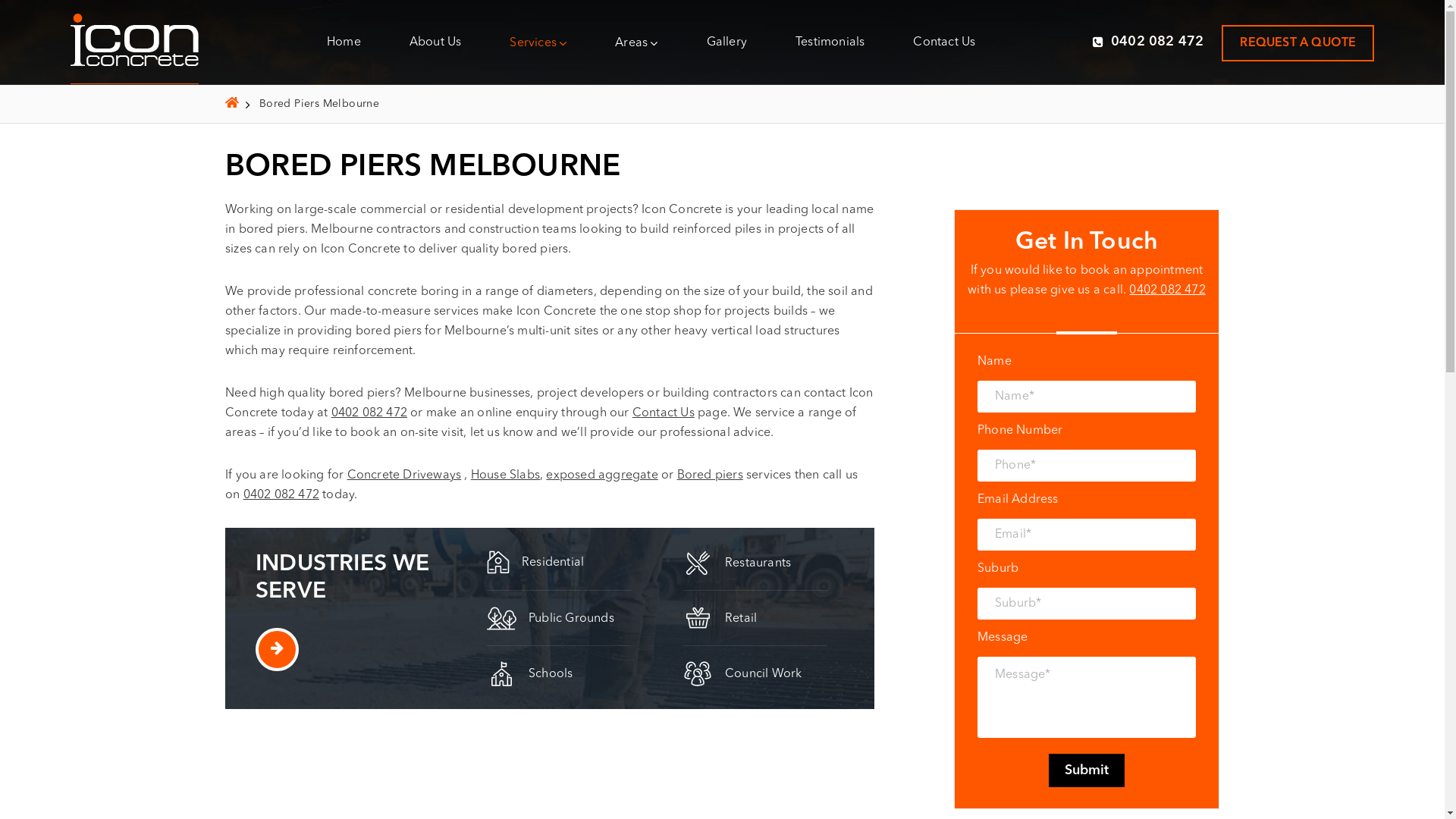 The image size is (1456, 819). I want to click on 'Gallery', so click(726, 40).